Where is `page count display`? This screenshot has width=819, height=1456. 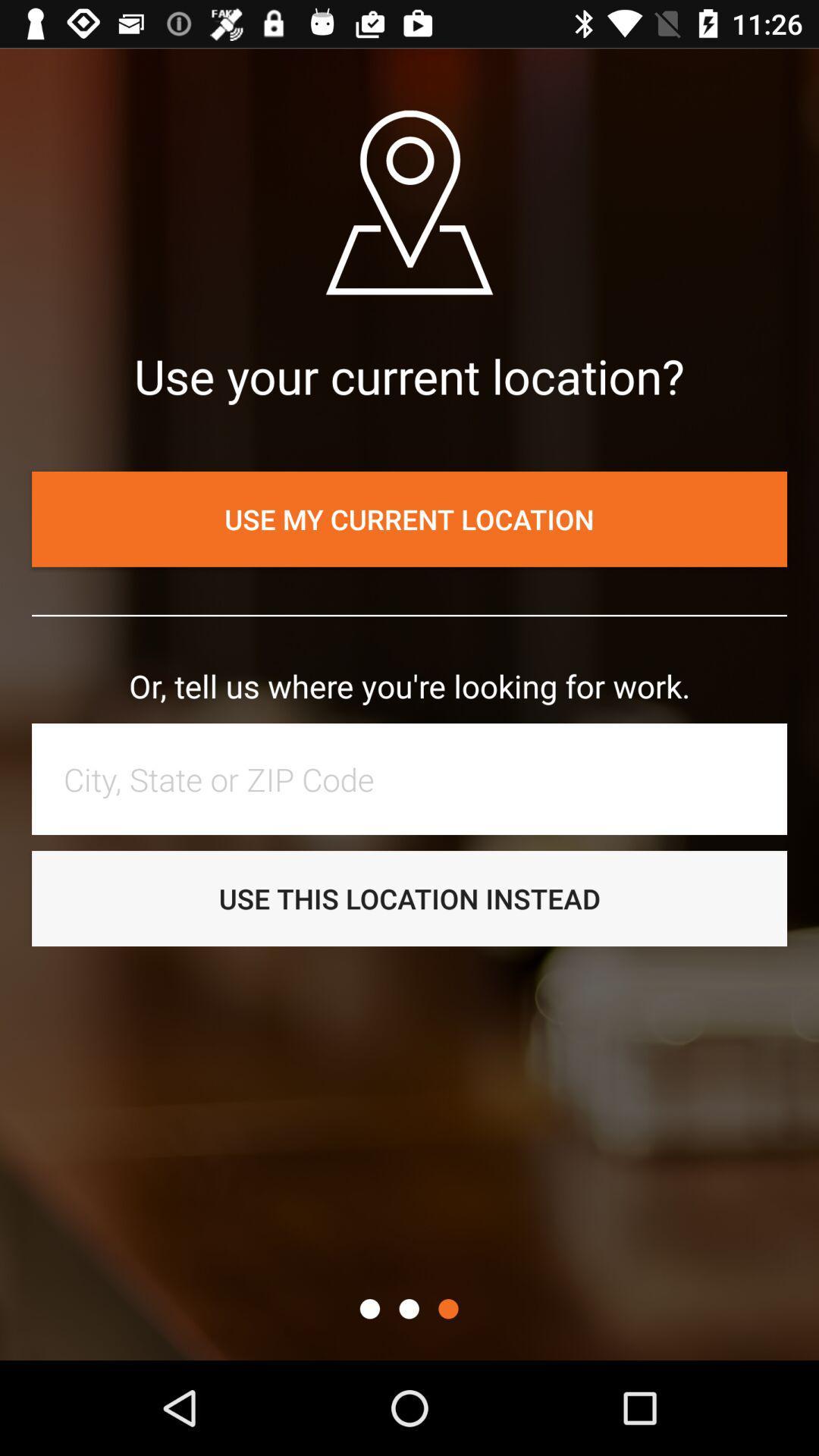
page count display is located at coordinates (369, 1308).